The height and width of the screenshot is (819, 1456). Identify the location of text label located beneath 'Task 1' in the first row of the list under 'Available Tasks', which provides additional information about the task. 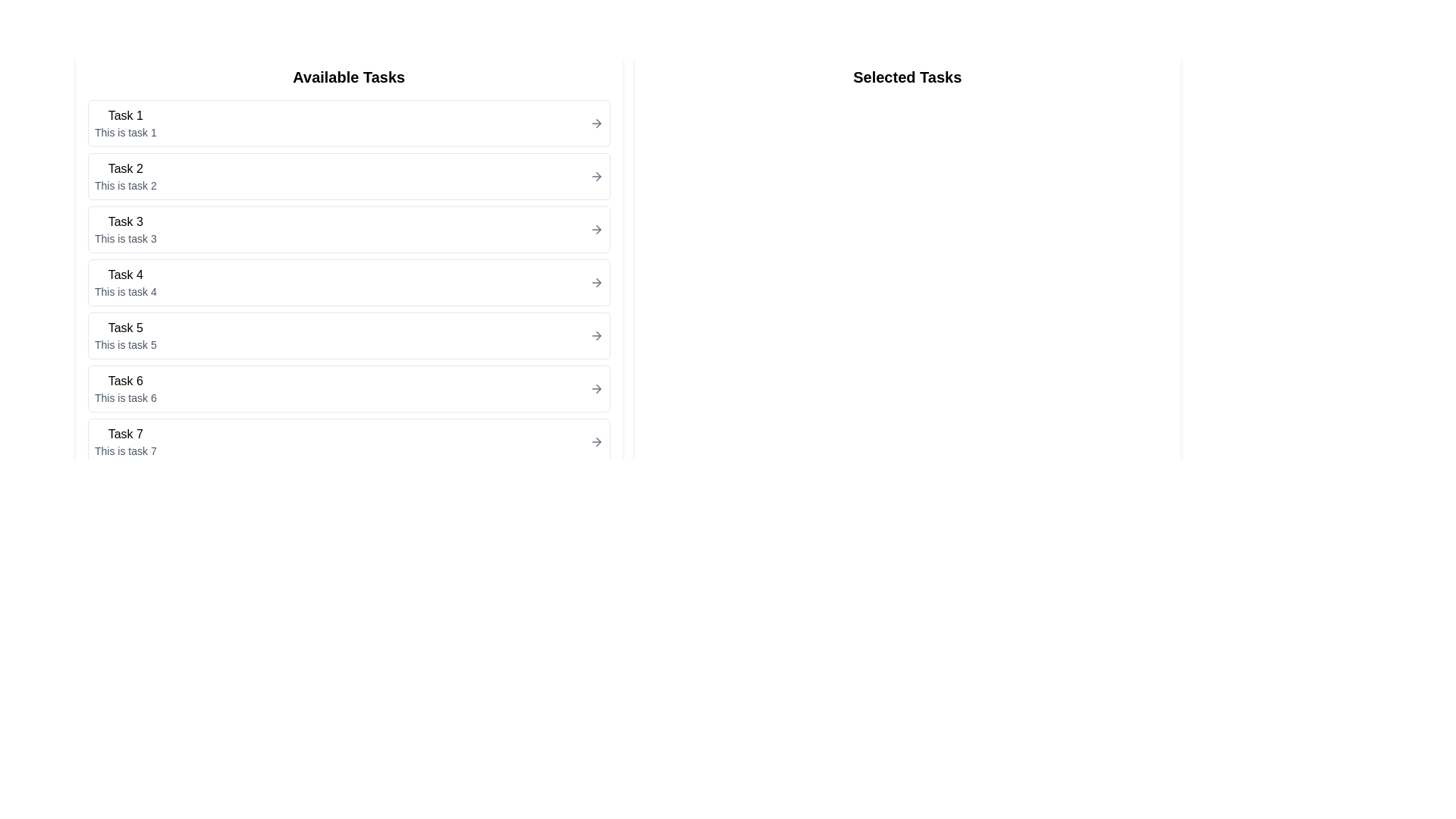
(125, 131).